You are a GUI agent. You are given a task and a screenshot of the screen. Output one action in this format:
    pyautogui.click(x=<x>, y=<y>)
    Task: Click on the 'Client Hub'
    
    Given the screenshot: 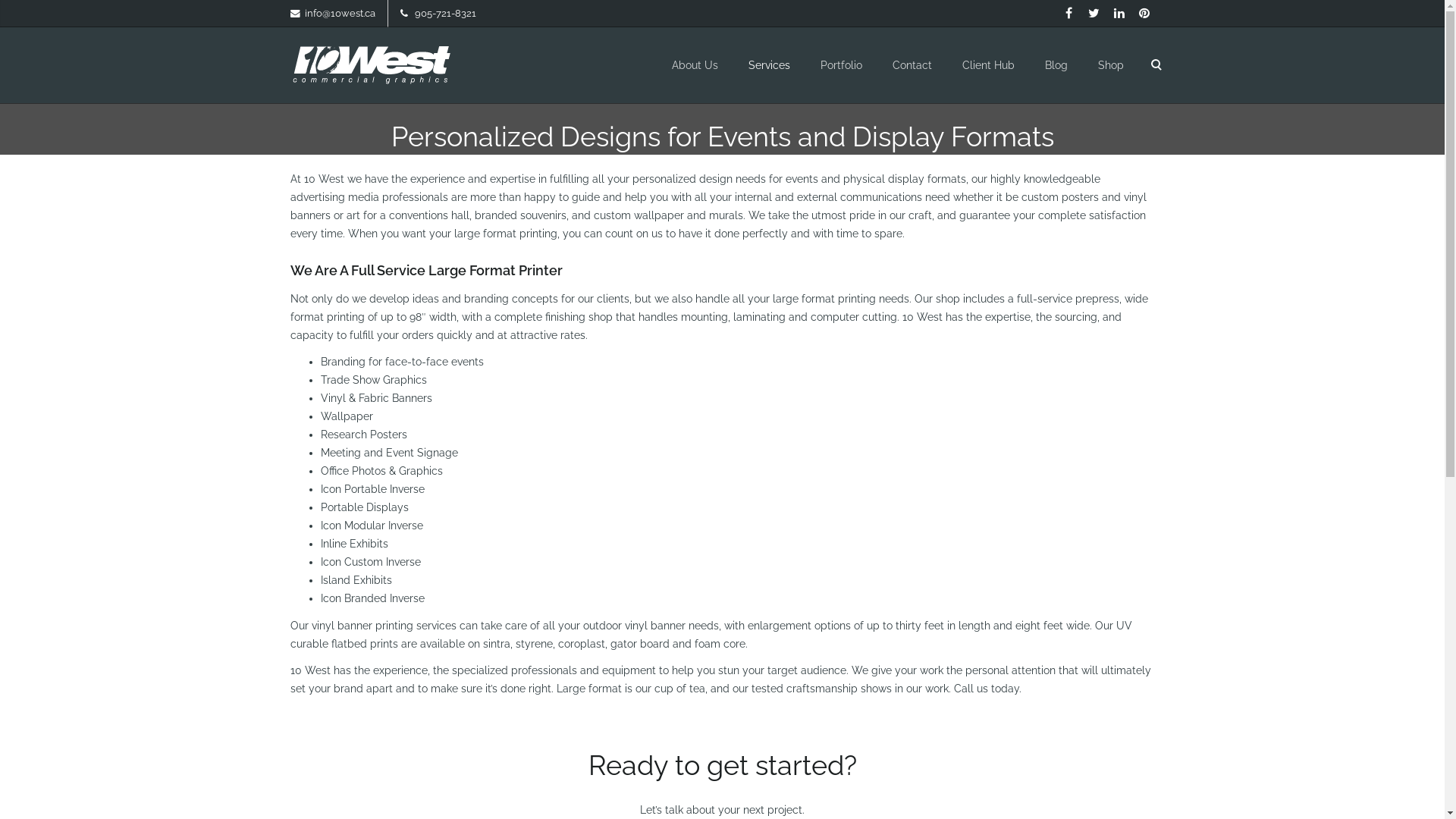 What is the action you would take?
    pyautogui.click(x=987, y=64)
    